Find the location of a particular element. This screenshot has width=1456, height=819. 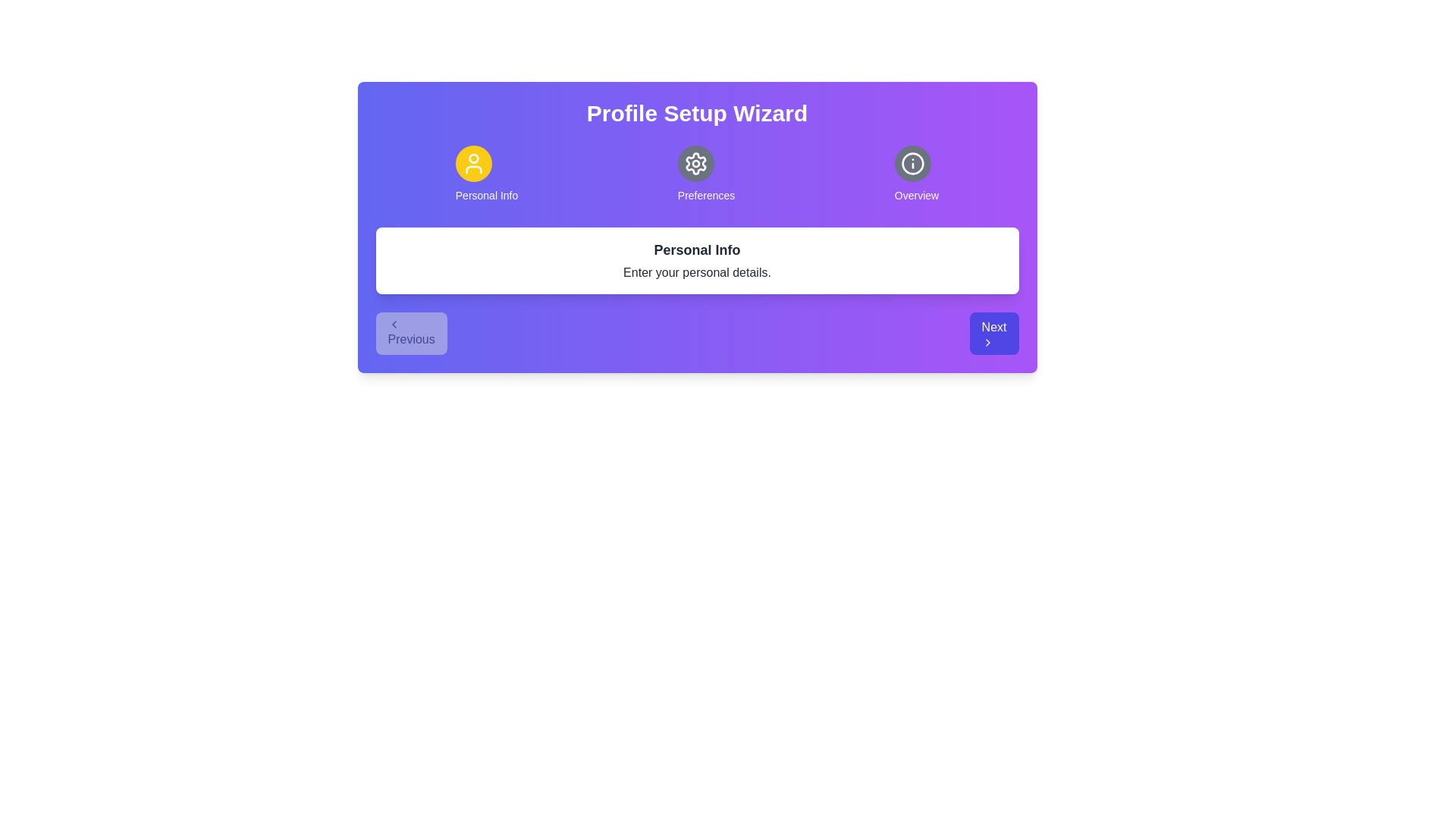

the step indicator for Overview to view its content is located at coordinates (916, 174).